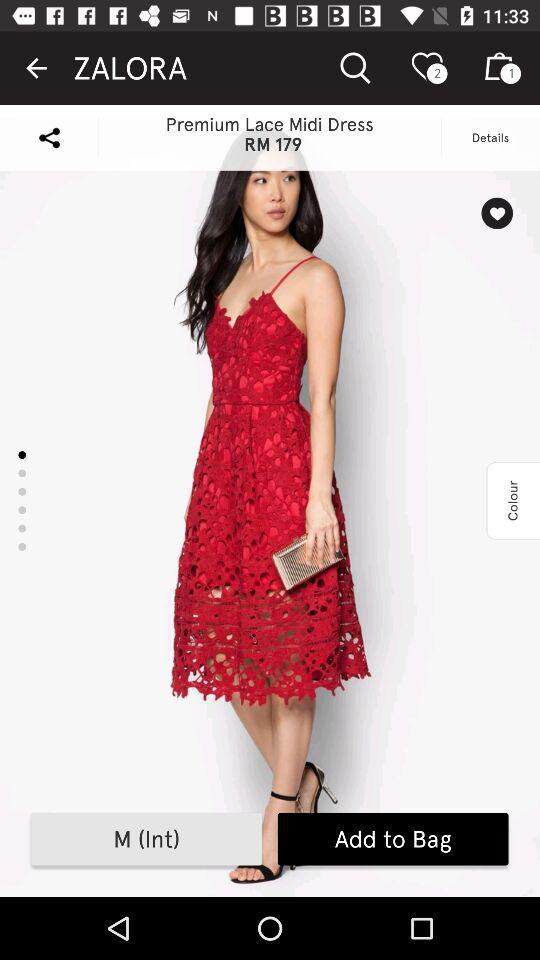 This screenshot has width=540, height=960. Describe the element at coordinates (393, 839) in the screenshot. I see `the icon to the right of the m (int)` at that location.